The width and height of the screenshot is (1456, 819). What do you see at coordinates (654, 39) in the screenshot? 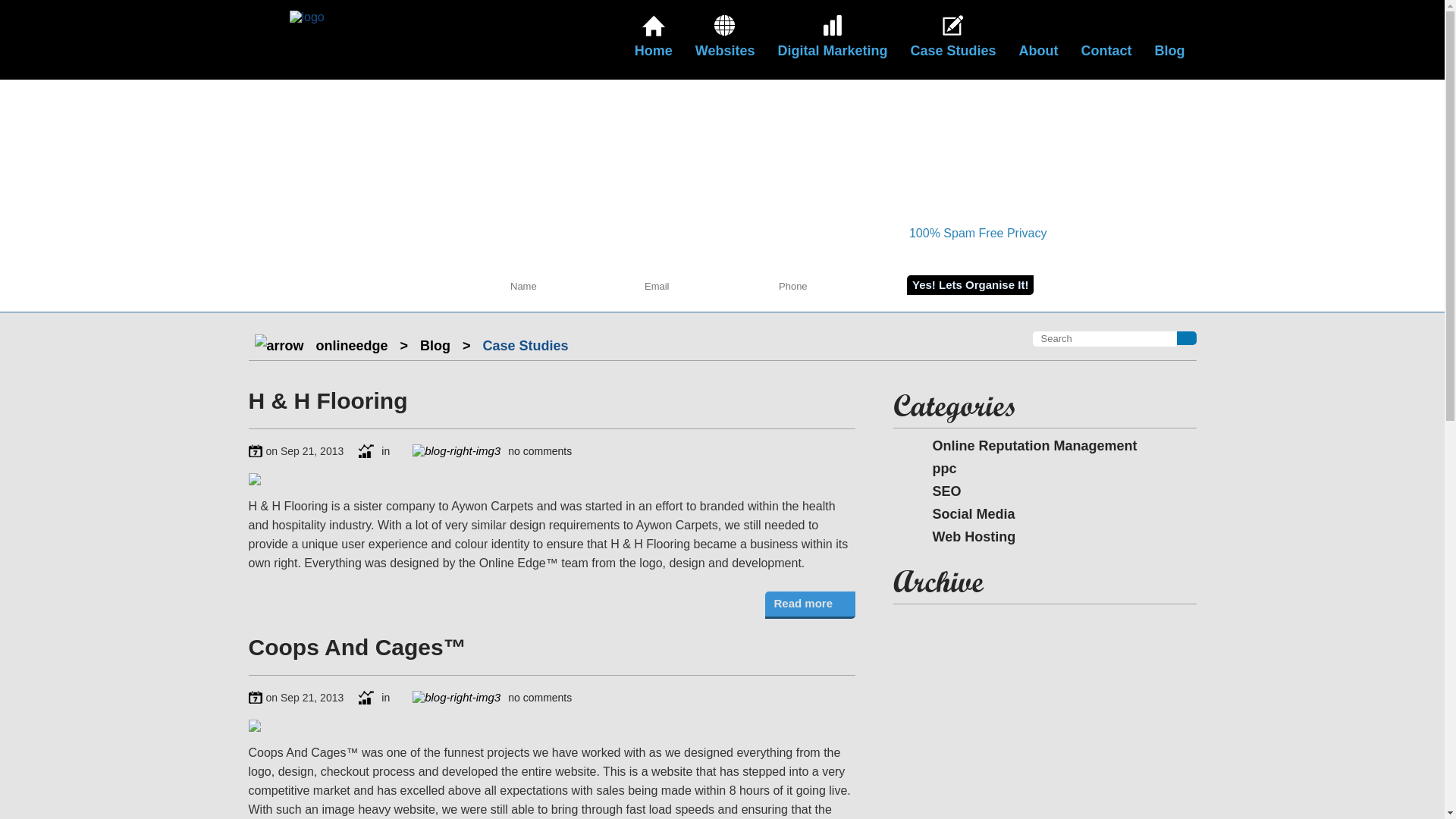
I see `'Home'` at bounding box center [654, 39].